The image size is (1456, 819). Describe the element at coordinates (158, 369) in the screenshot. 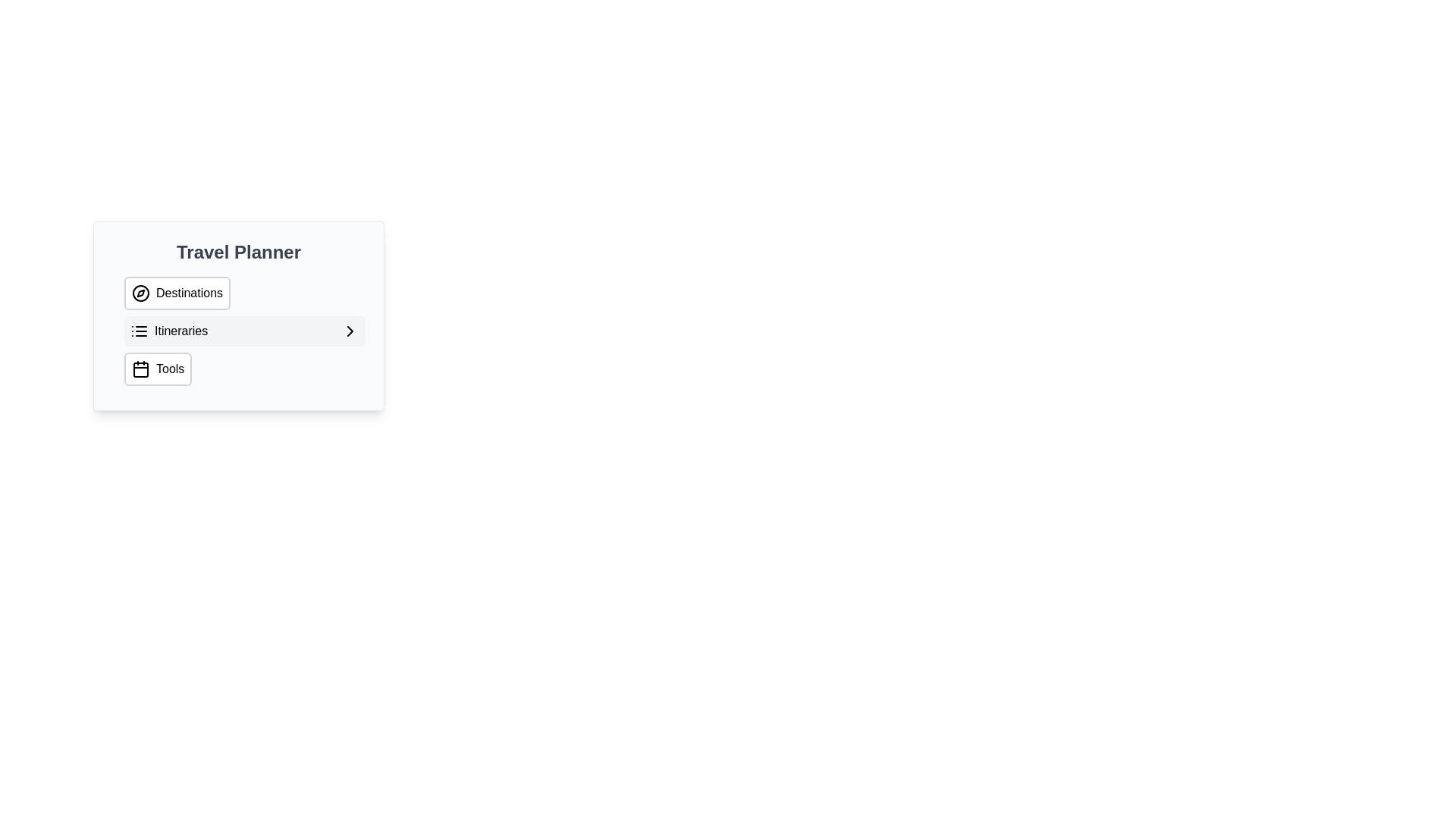

I see `the 'Tools' button, which has a white background and a light gray border that turns blue when hovered. It is the third option under the 'Travel Planner' header, containing a calendar icon to the left and the text 'Tools' aligned to the right` at that location.